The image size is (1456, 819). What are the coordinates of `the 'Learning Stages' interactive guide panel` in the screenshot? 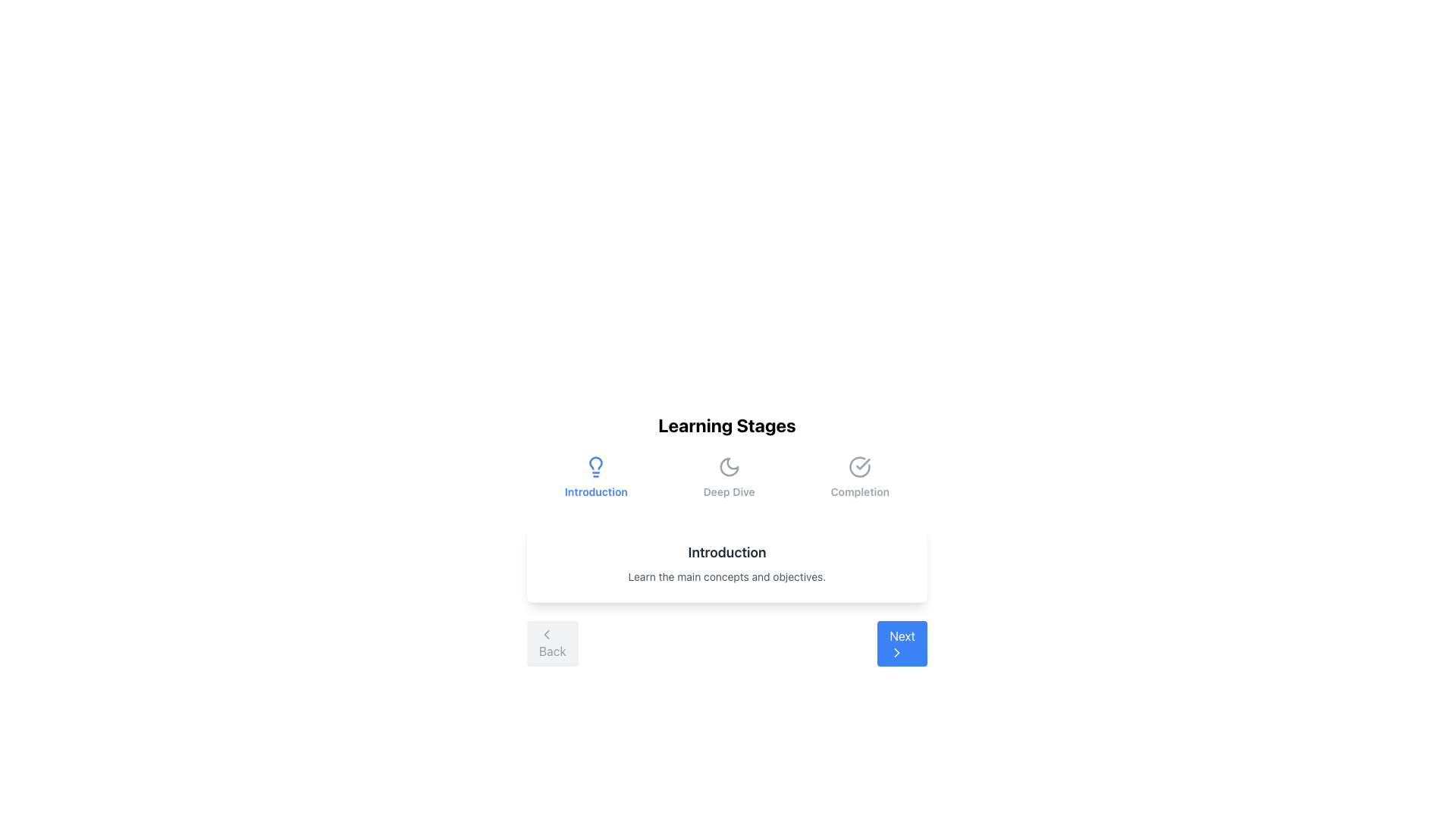 It's located at (726, 539).